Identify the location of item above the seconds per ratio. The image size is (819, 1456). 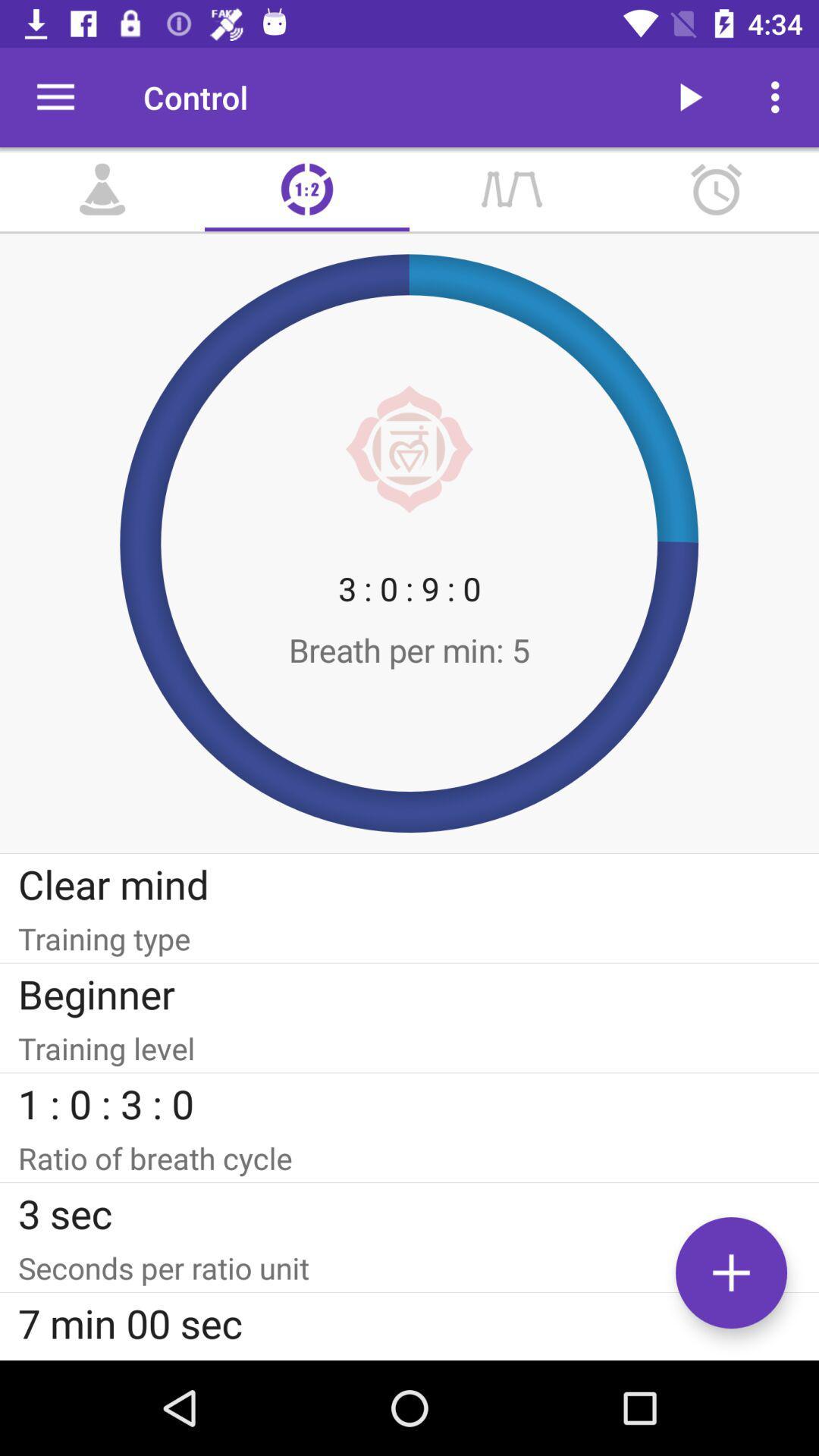
(409, 1213).